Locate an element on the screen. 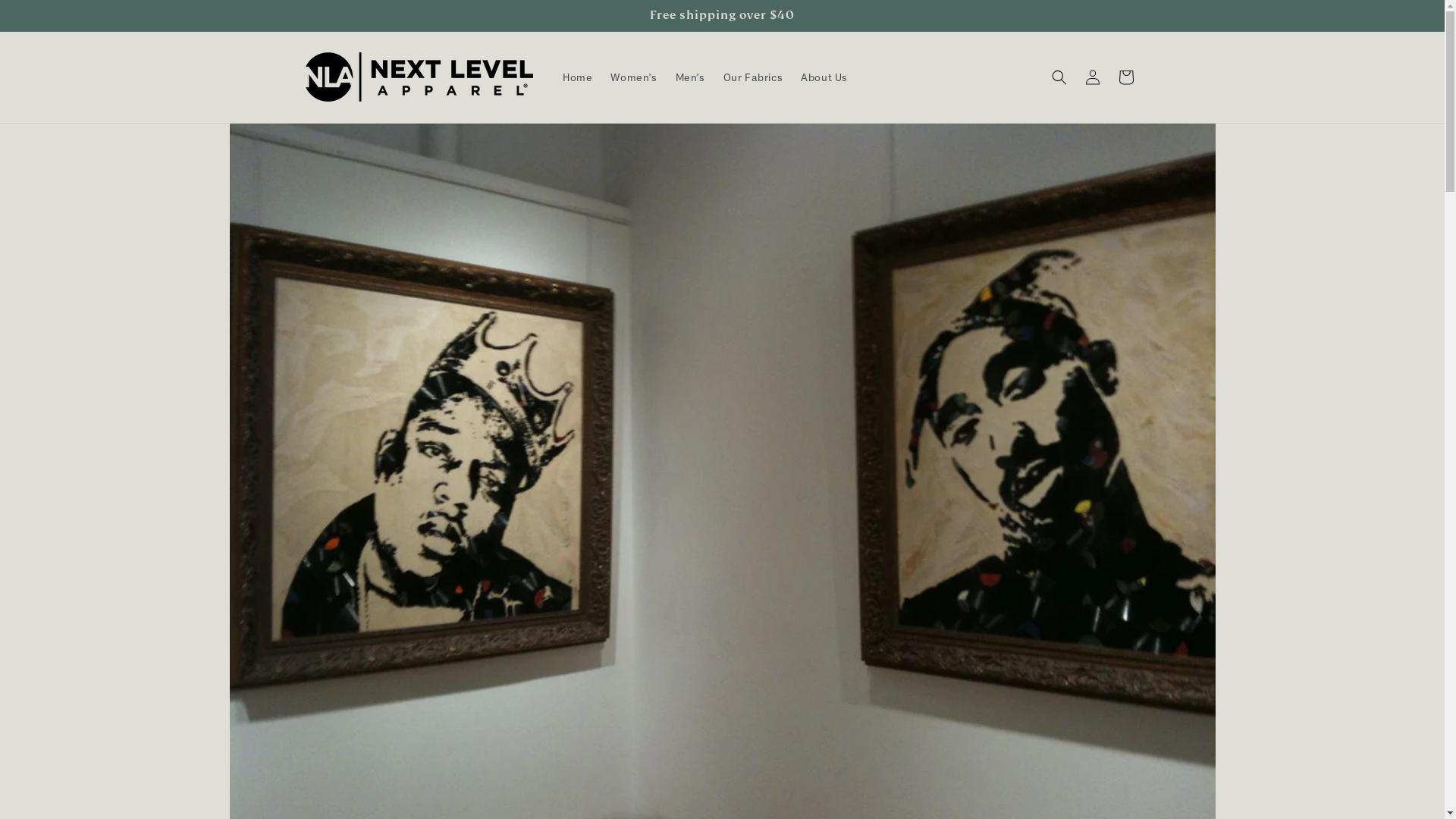  'Cart' is located at coordinates (1109, 77).